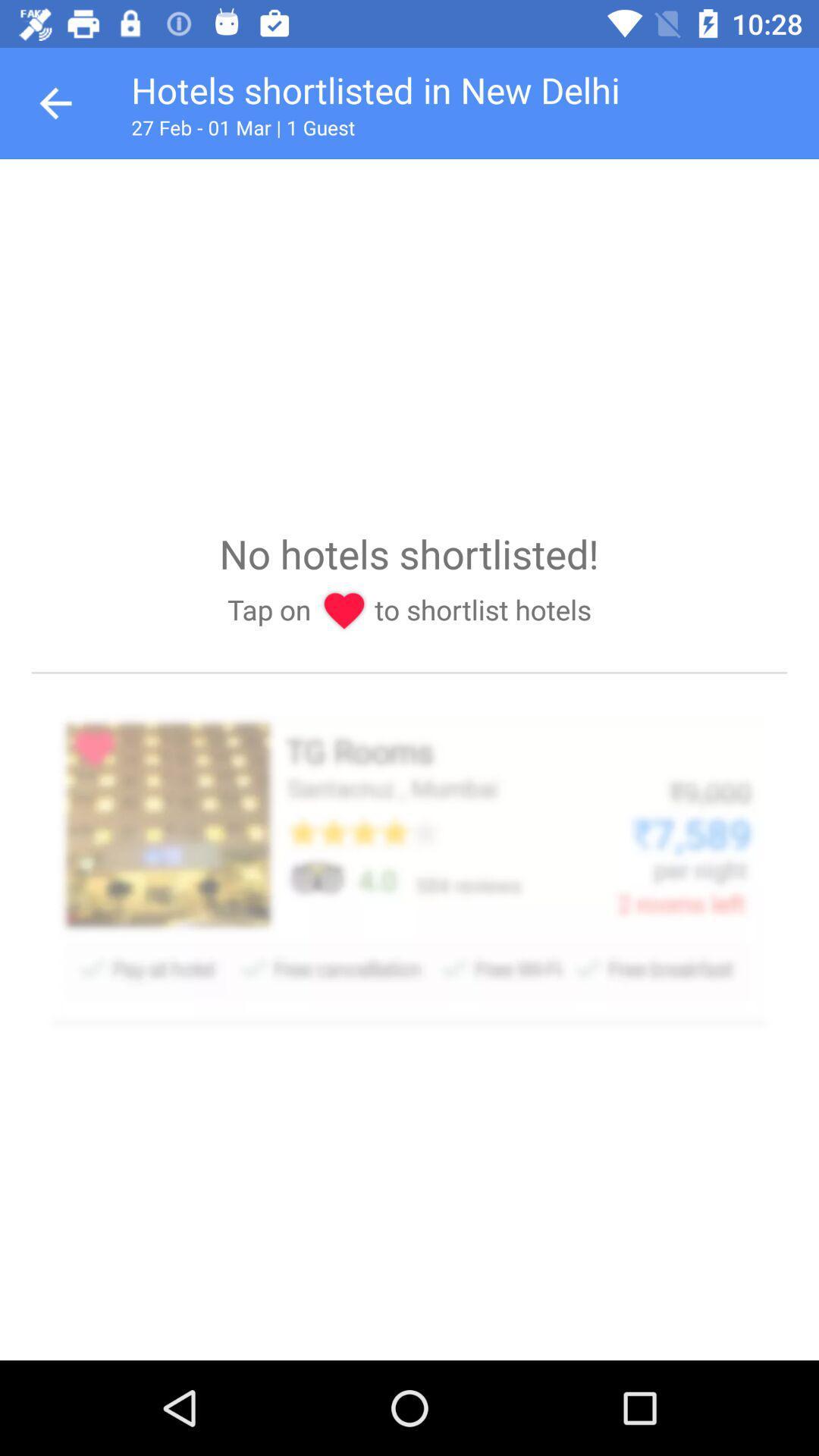 The width and height of the screenshot is (819, 1456). Describe the element at coordinates (55, 102) in the screenshot. I see `go back` at that location.